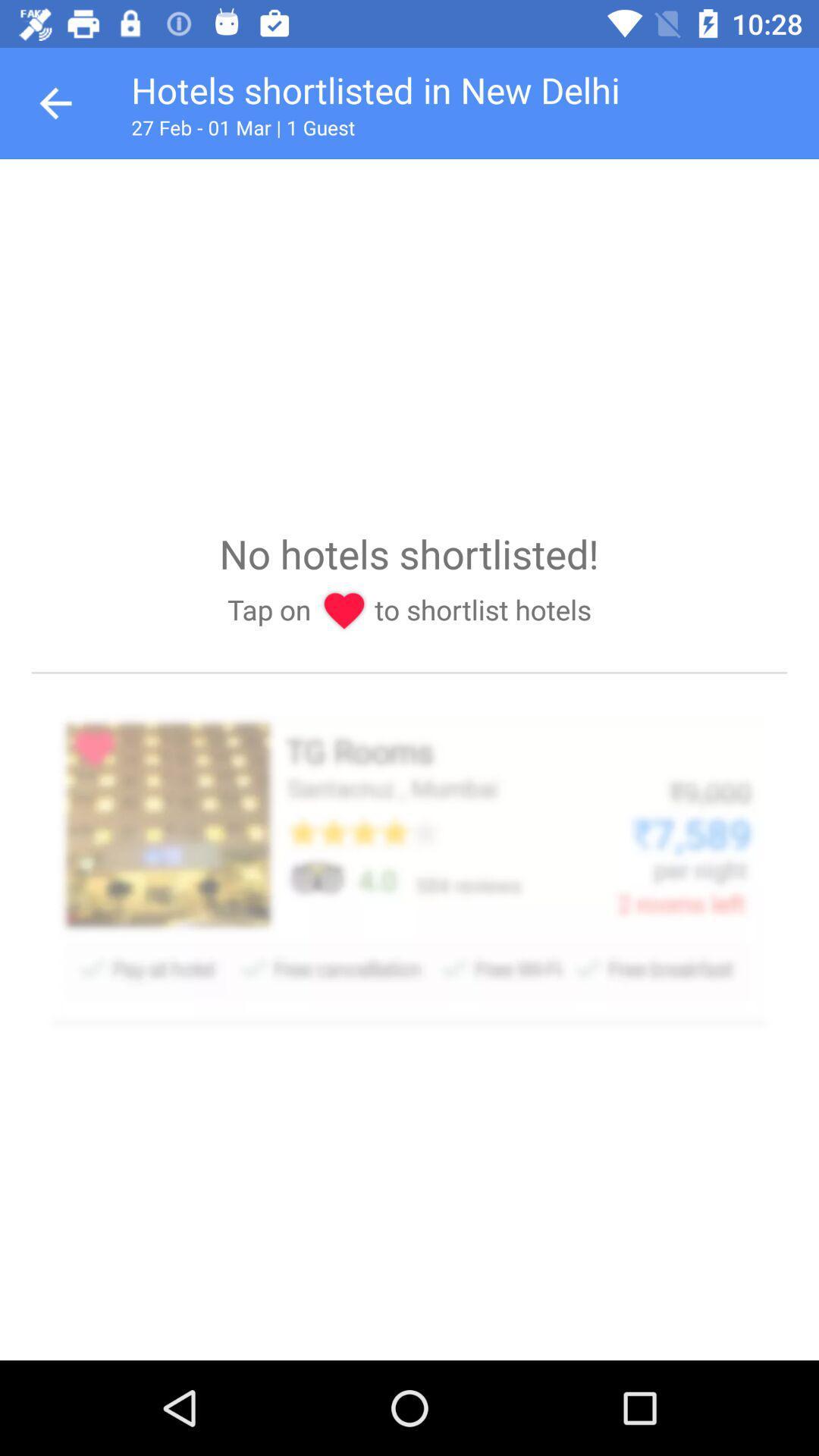 The width and height of the screenshot is (819, 1456). Describe the element at coordinates (55, 102) in the screenshot. I see `go back` at that location.